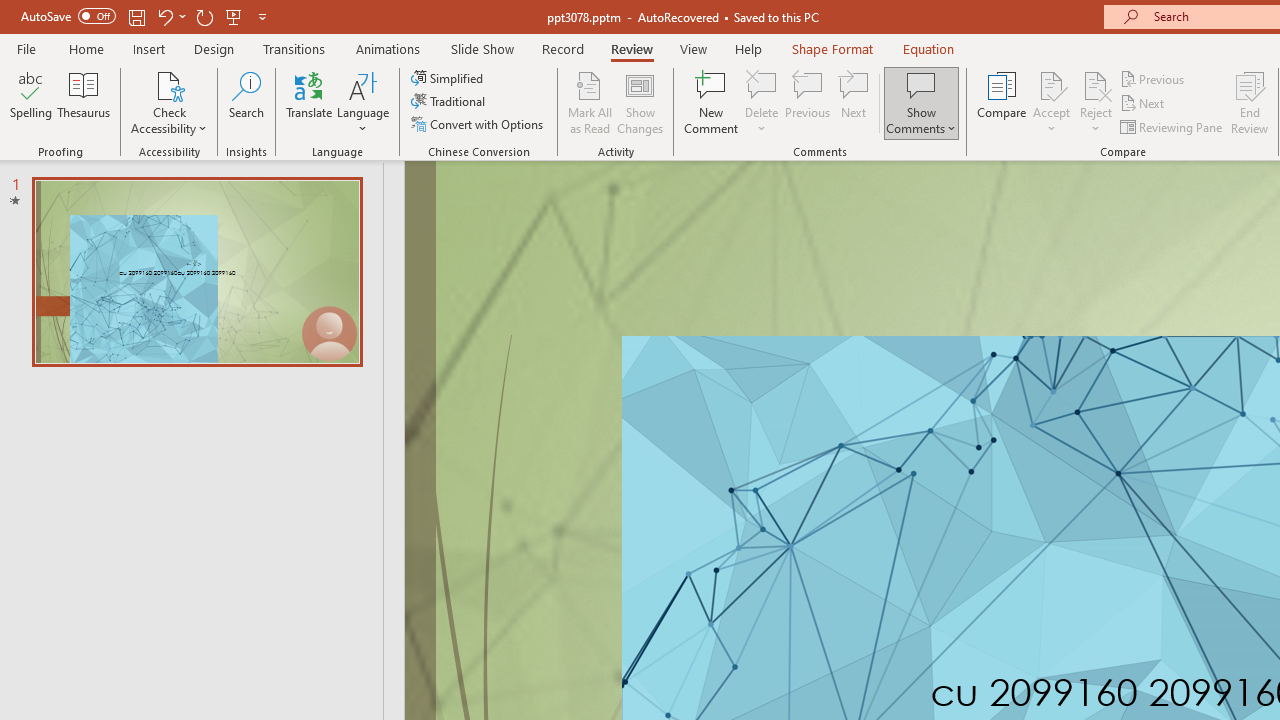  I want to click on 'Accept', so click(1050, 103).